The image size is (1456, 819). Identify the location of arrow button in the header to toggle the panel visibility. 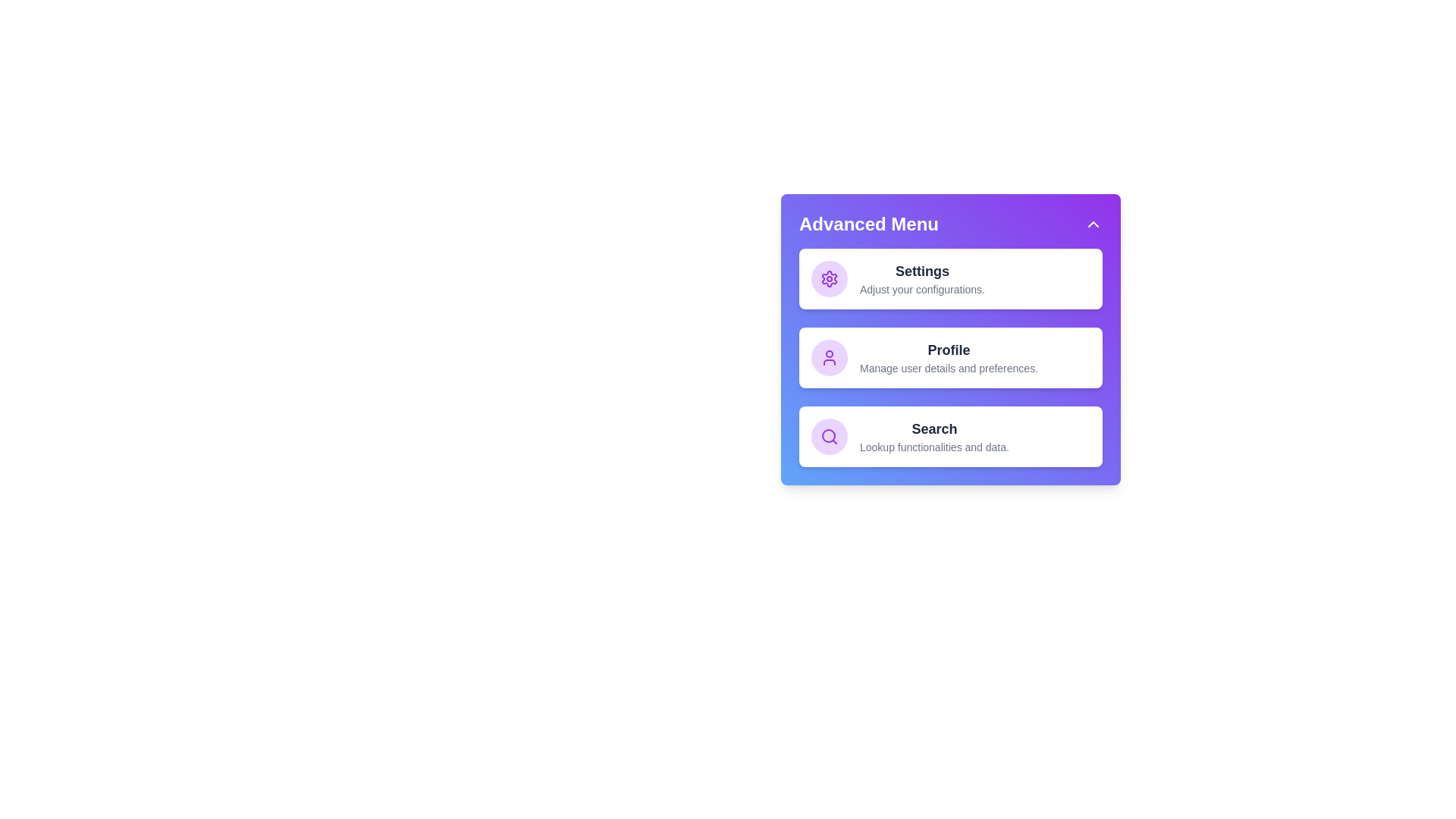
(1093, 224).